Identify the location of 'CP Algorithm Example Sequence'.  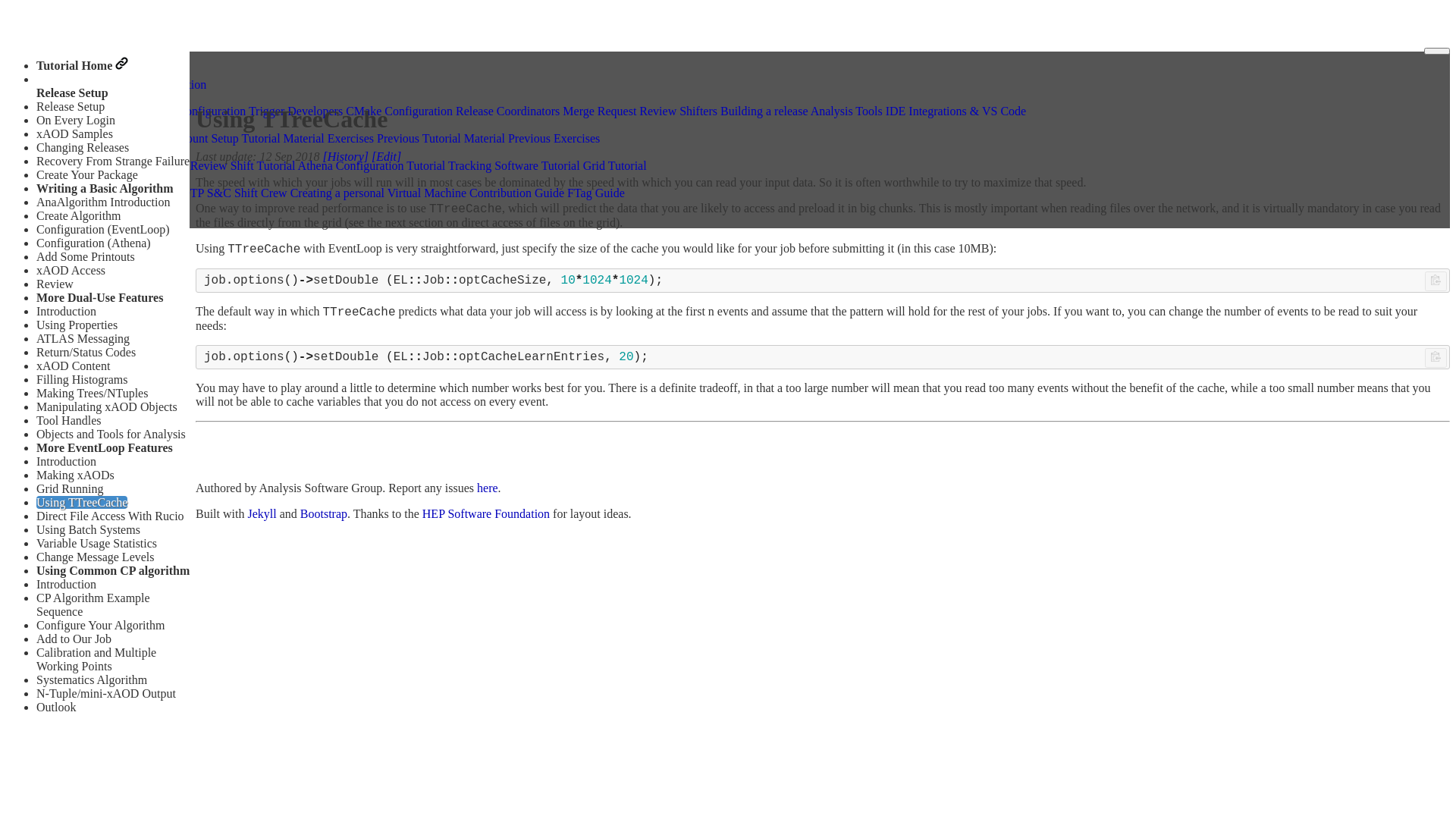
(93, 604).